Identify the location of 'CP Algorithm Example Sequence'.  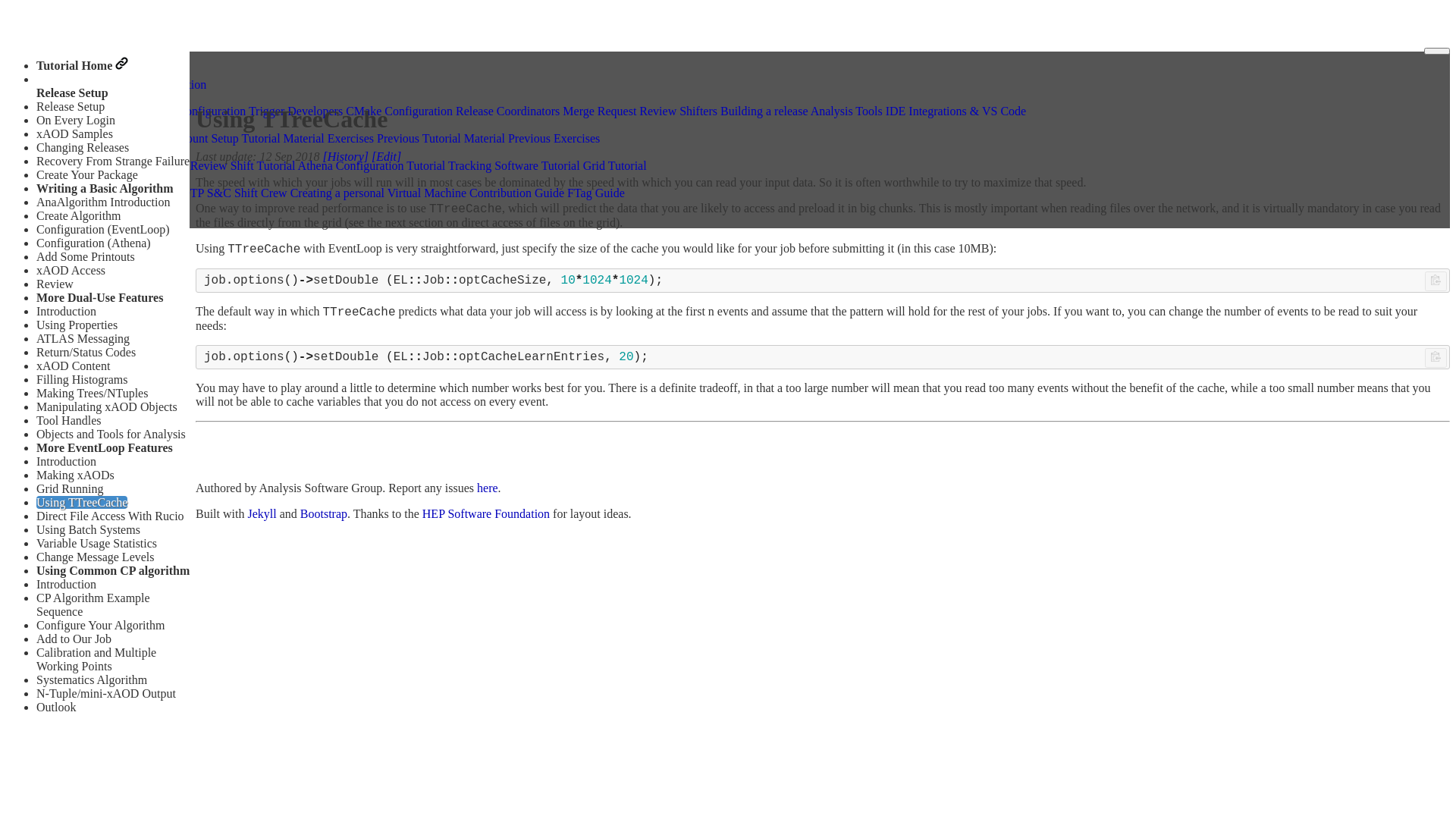
(93, 604).